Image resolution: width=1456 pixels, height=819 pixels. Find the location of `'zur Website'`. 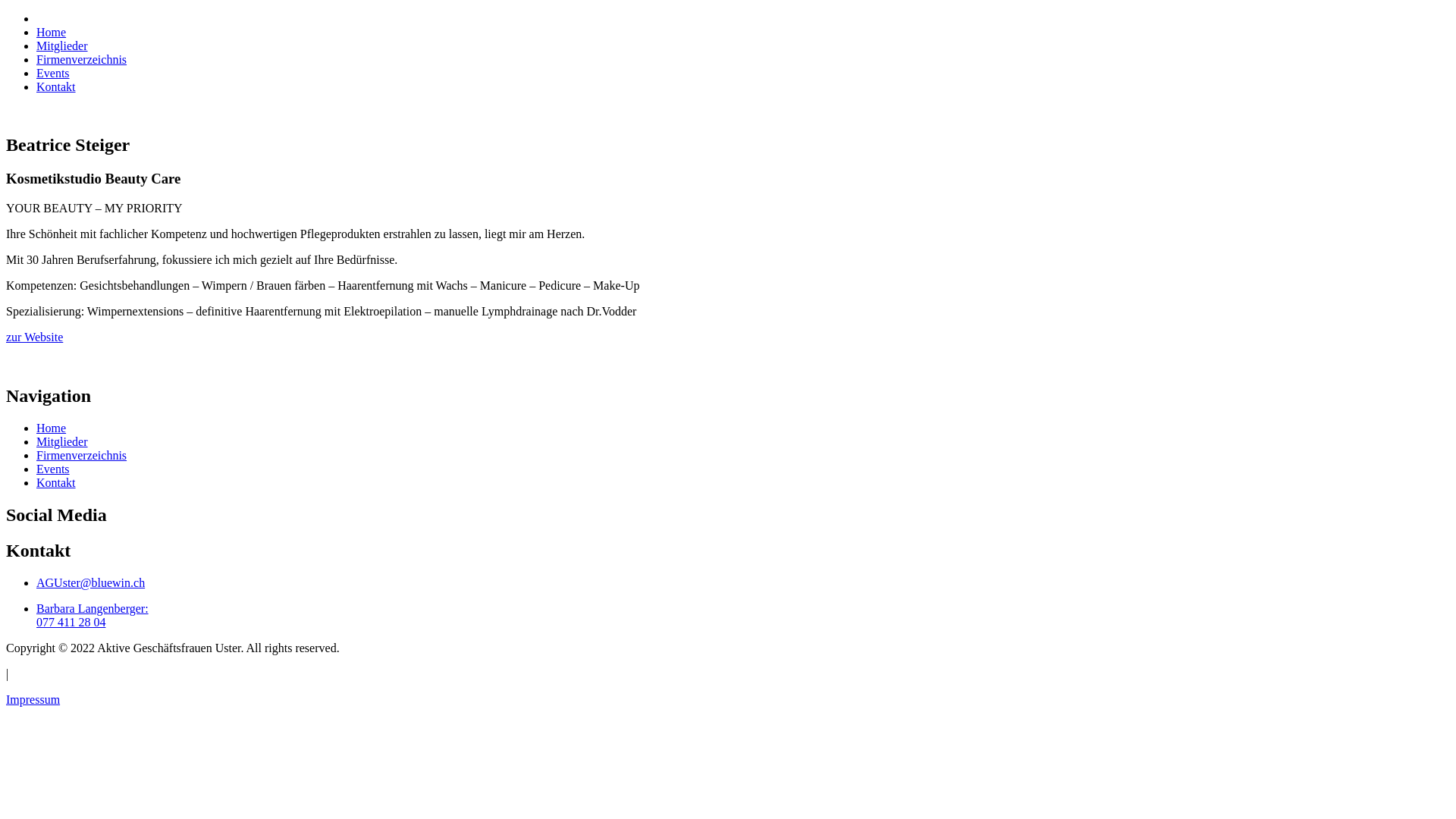

'zur Website' is located at coordinates (34, 336).